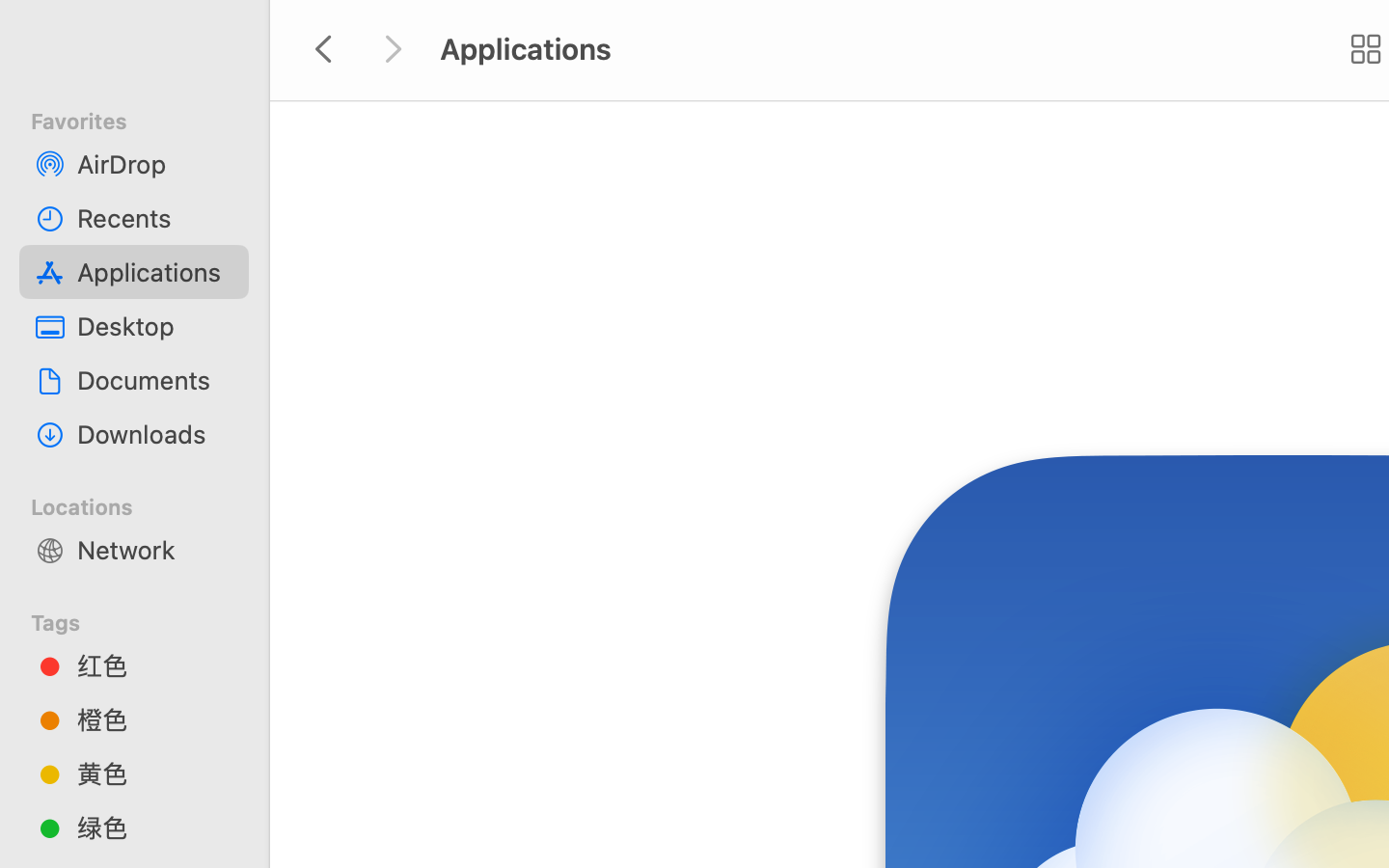 This screenshot has height=868, width=1389. Describe the element at coordinates (145, 502) in the screenshot. I see `'Locations'` at that location.